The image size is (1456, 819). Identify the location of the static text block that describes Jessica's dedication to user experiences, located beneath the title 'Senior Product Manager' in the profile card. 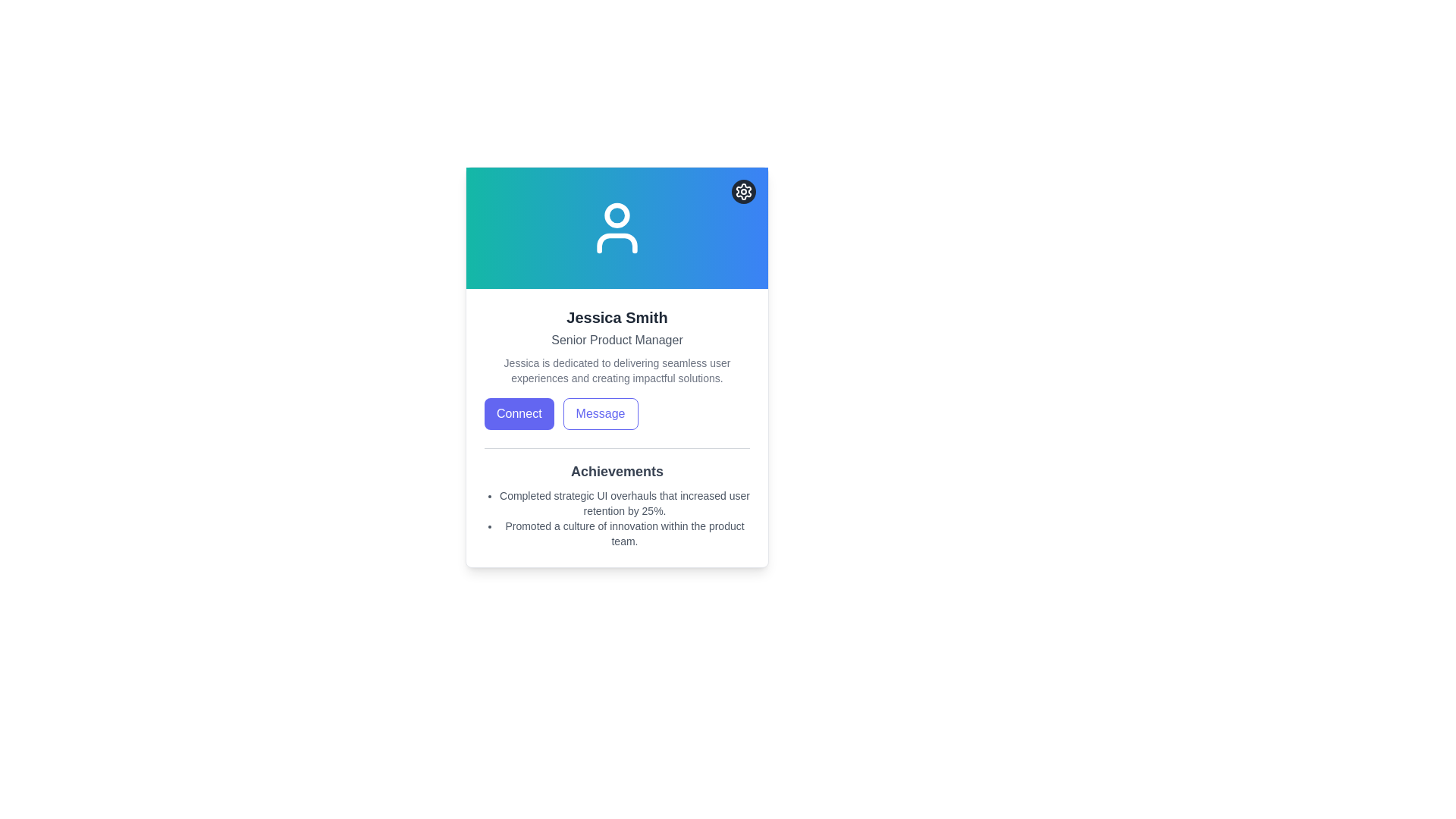
(617, 371).